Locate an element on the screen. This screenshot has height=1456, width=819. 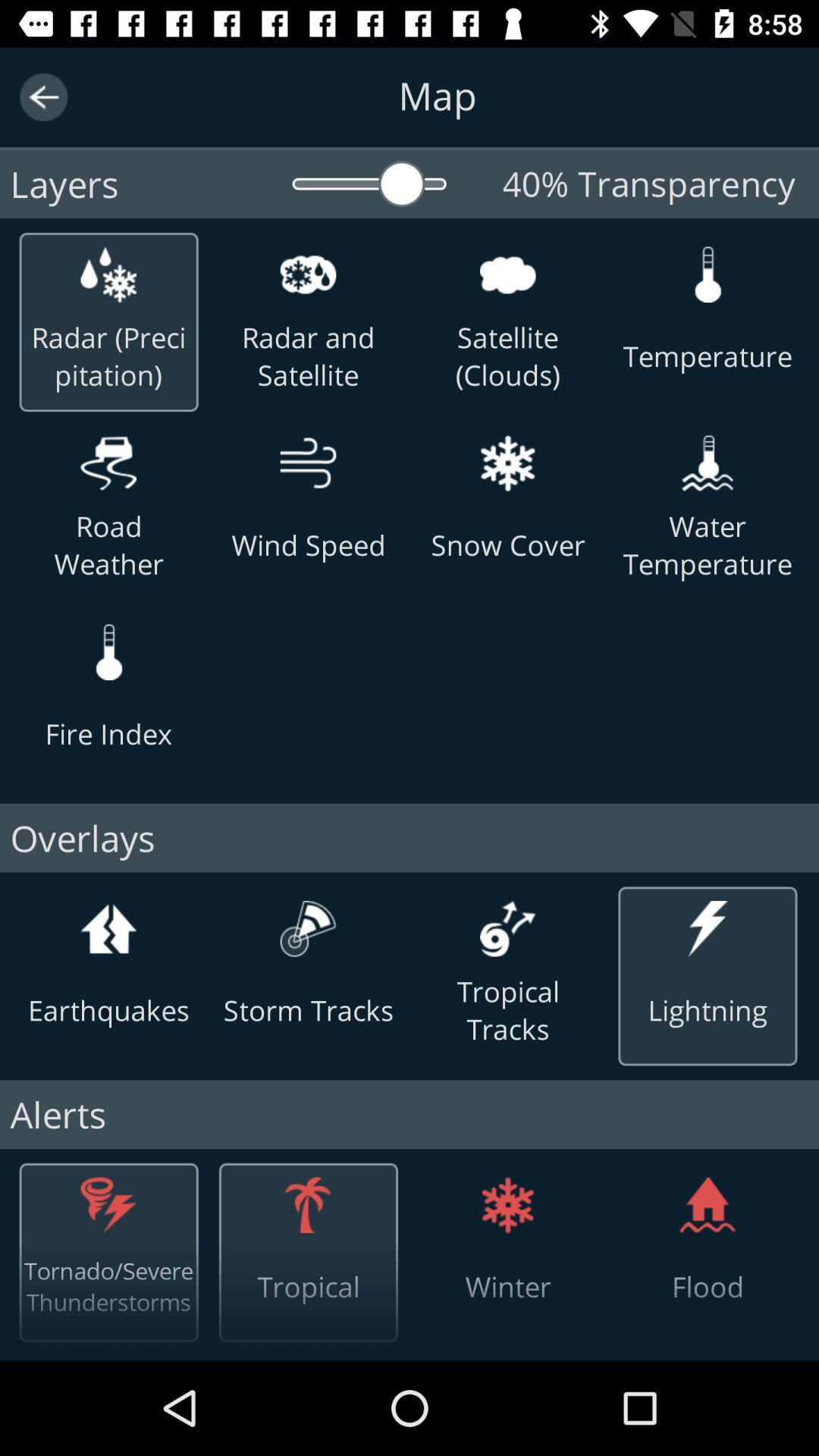
the arrow_backward icon is located at coordinates (42, 96).